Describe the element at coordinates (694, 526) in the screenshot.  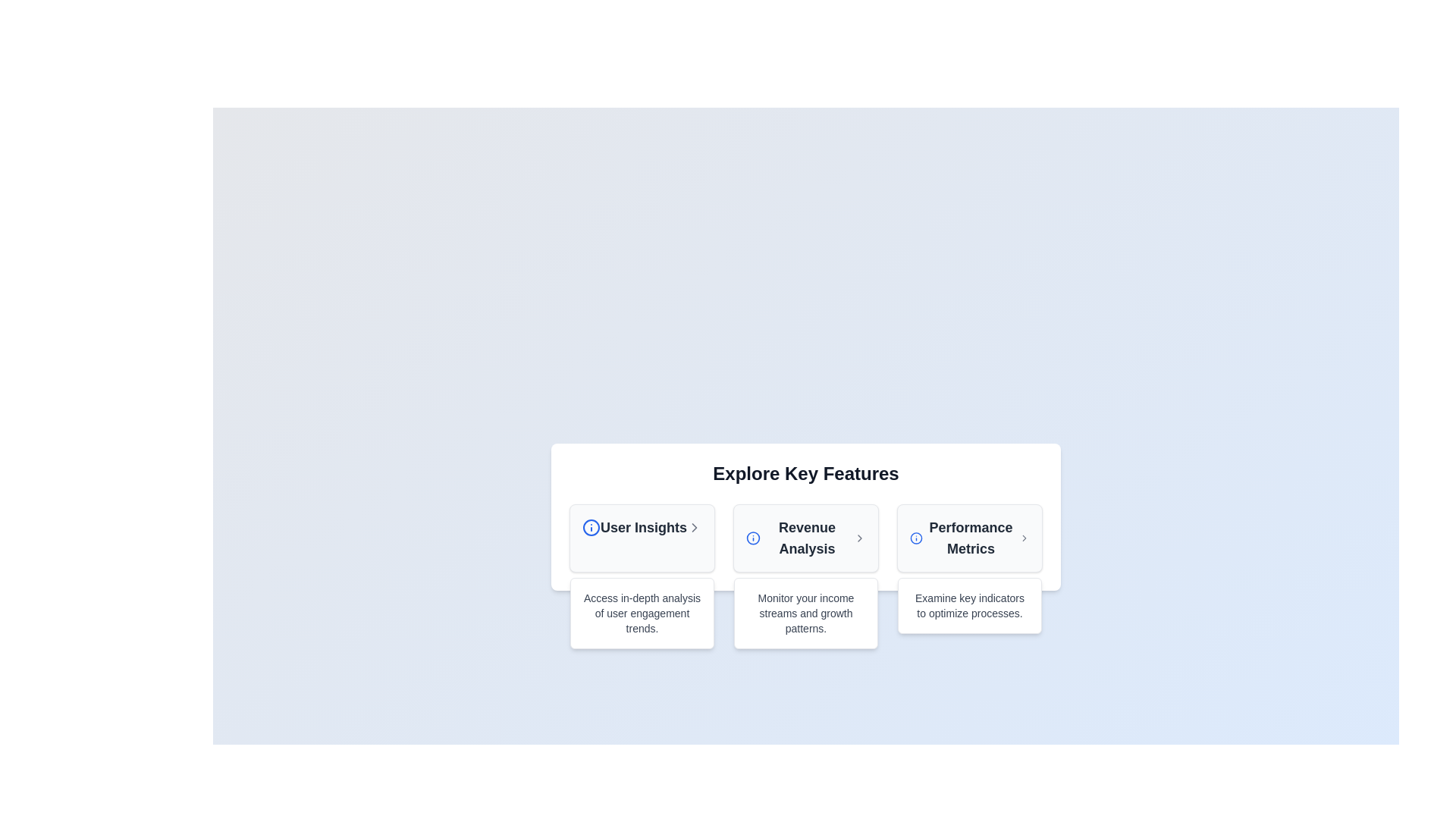
I see `the chevron icon located to the far right of the 'User Insights' block` at that location.